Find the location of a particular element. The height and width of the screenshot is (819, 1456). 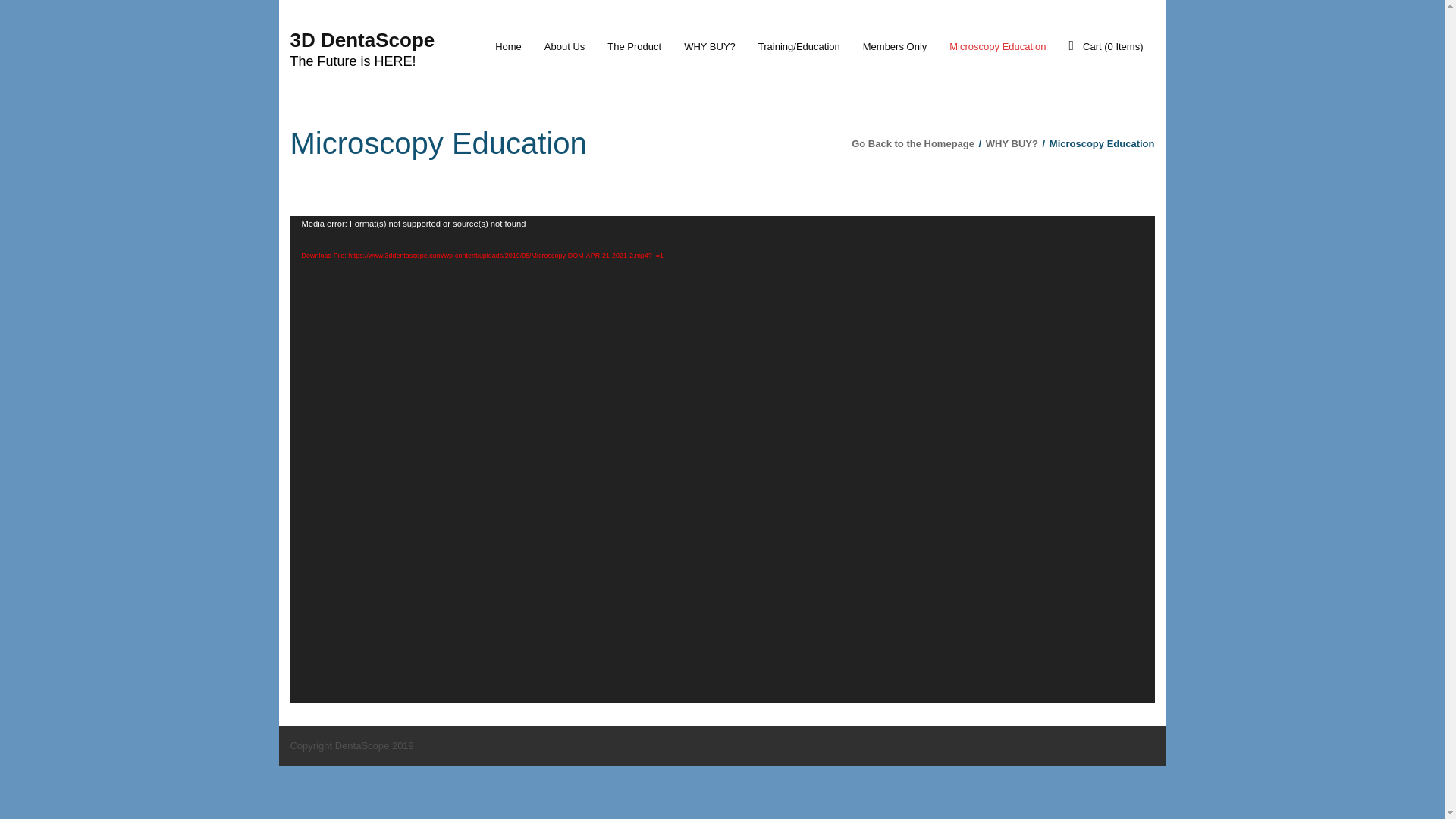

'About Us' is located at coordinates (563, 45).